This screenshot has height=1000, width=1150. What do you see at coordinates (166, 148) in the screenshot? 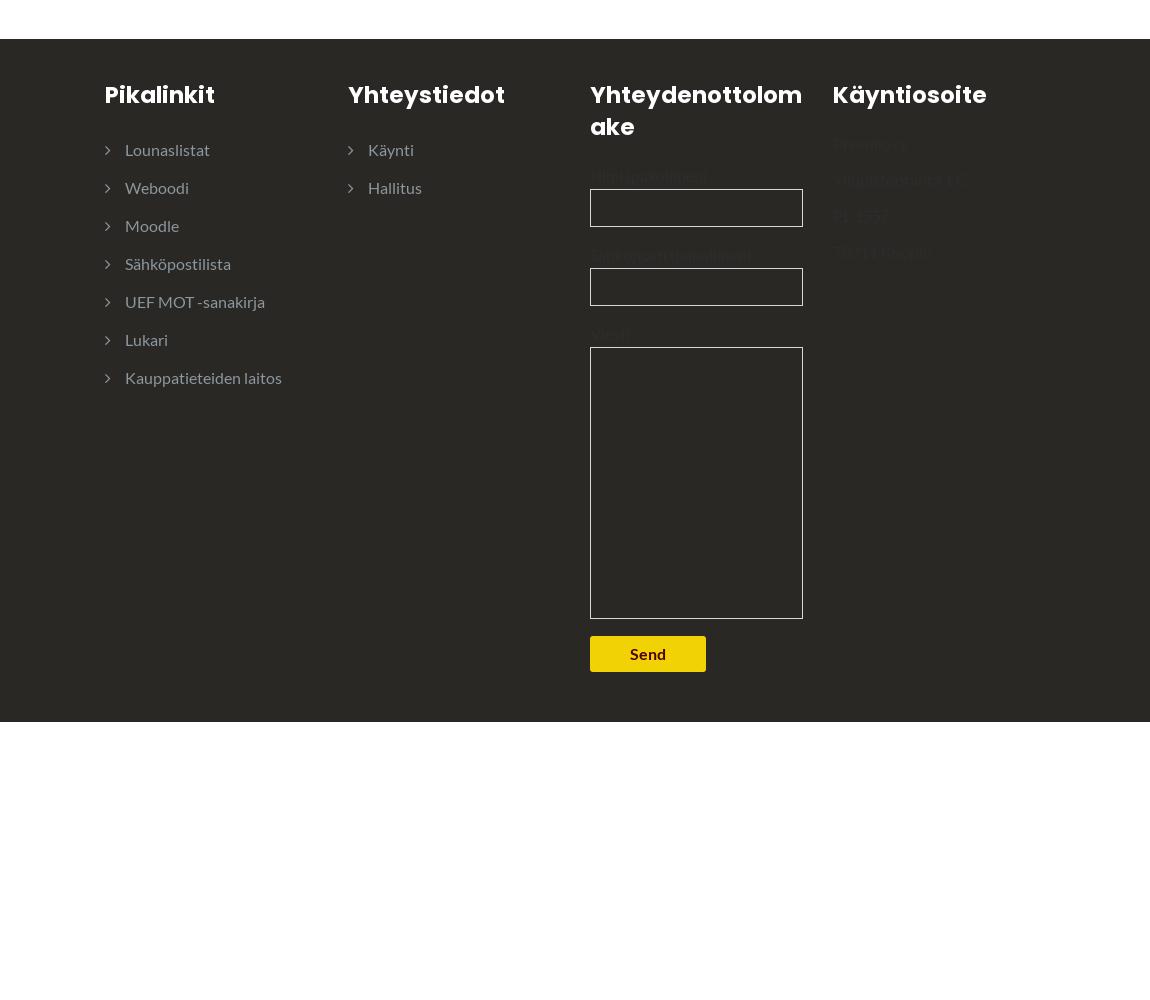
I see `'Lounaslistat'` at bounding box center [166, 148].